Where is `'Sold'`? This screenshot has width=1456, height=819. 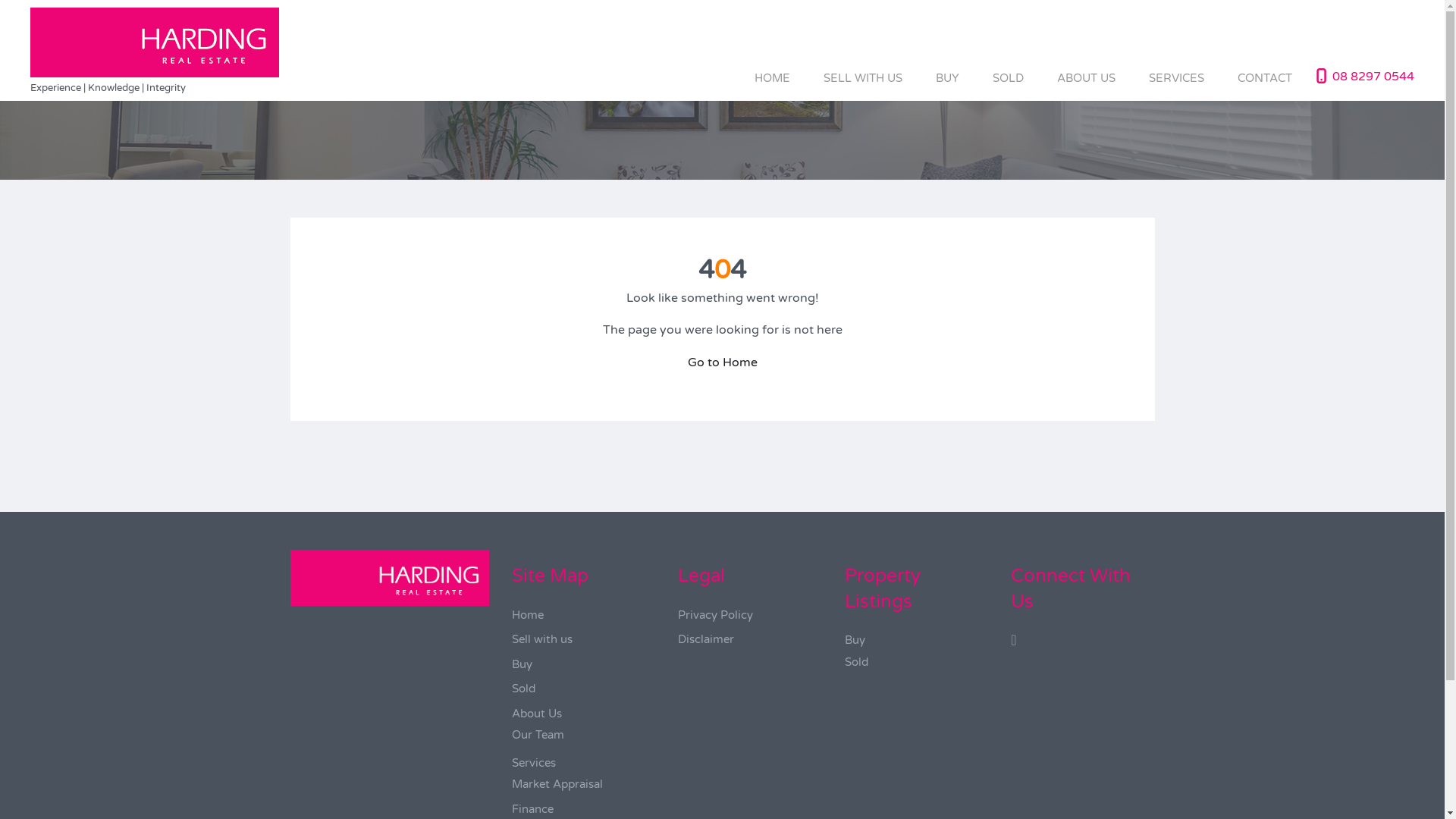 'Sold' is located at coordinates (523, 688).